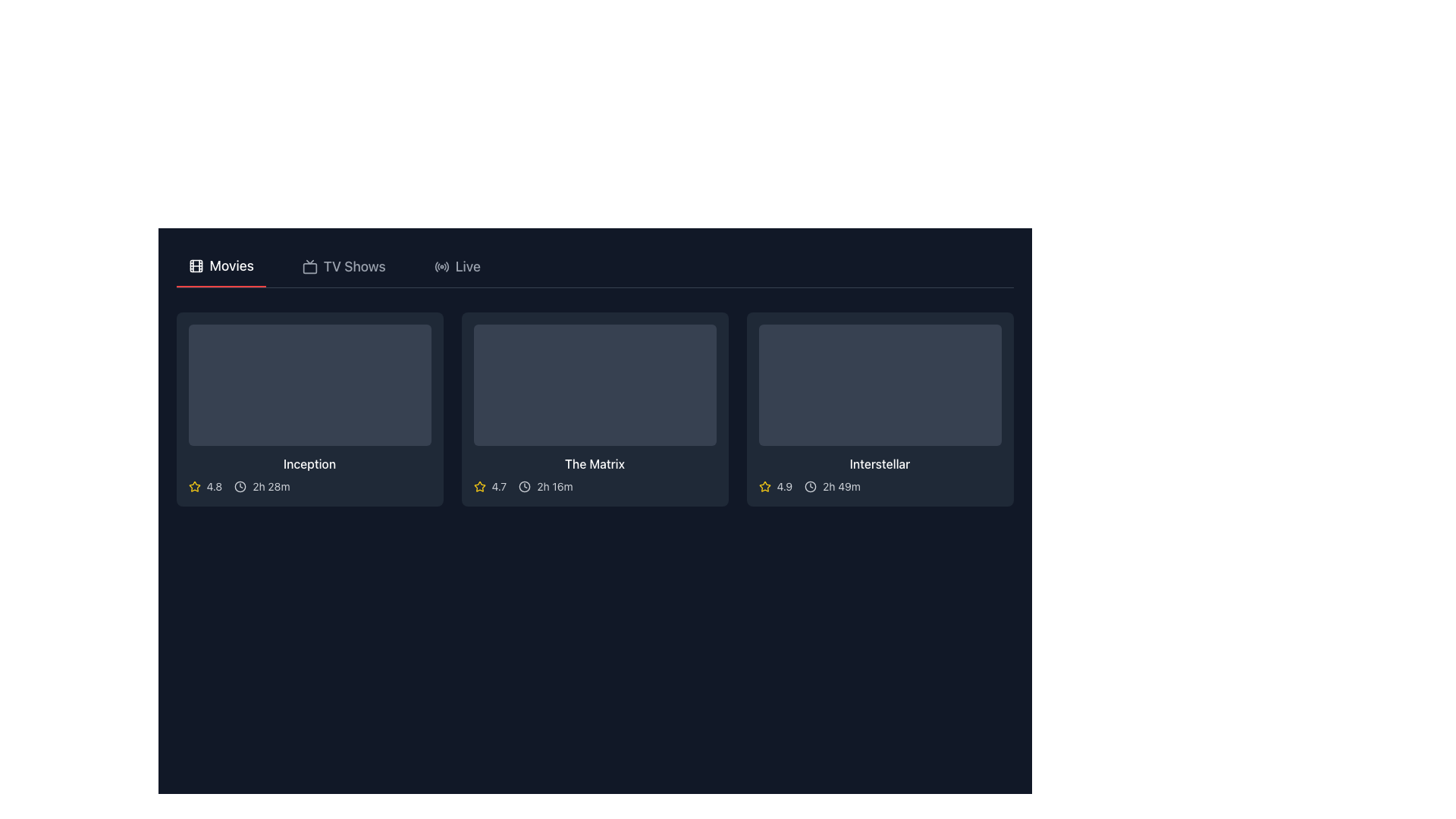 This screenshot has width=1456, height=819. I want to click on the SVG circle element of the clock icon located within the second card titled 'The Matrix' under the category 'Movies', which is positioned next to the movie's duration and rating, so click(525, 486).